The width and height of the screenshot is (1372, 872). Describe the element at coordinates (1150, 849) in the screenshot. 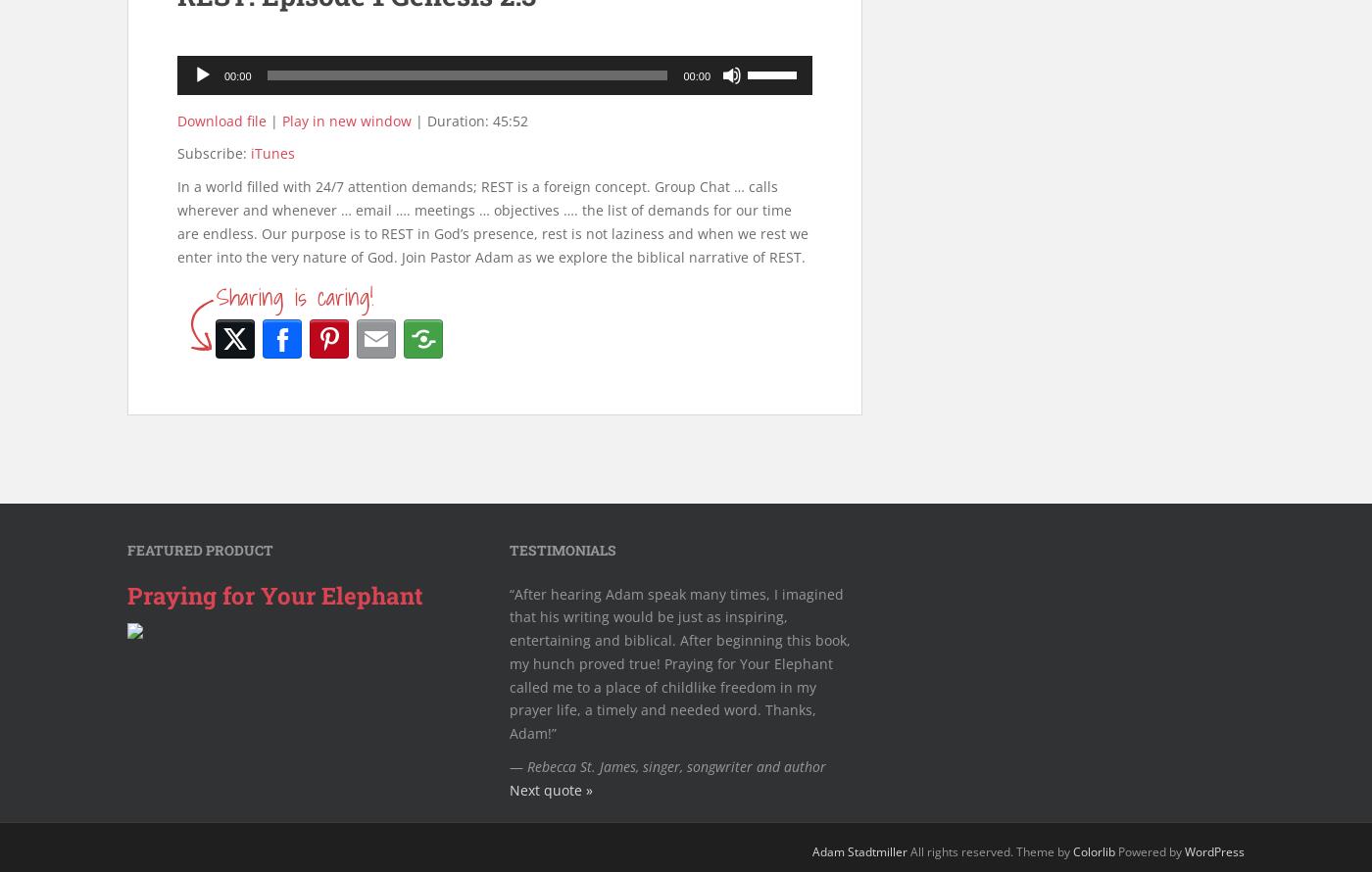

I see `'Powered by'` at that location.